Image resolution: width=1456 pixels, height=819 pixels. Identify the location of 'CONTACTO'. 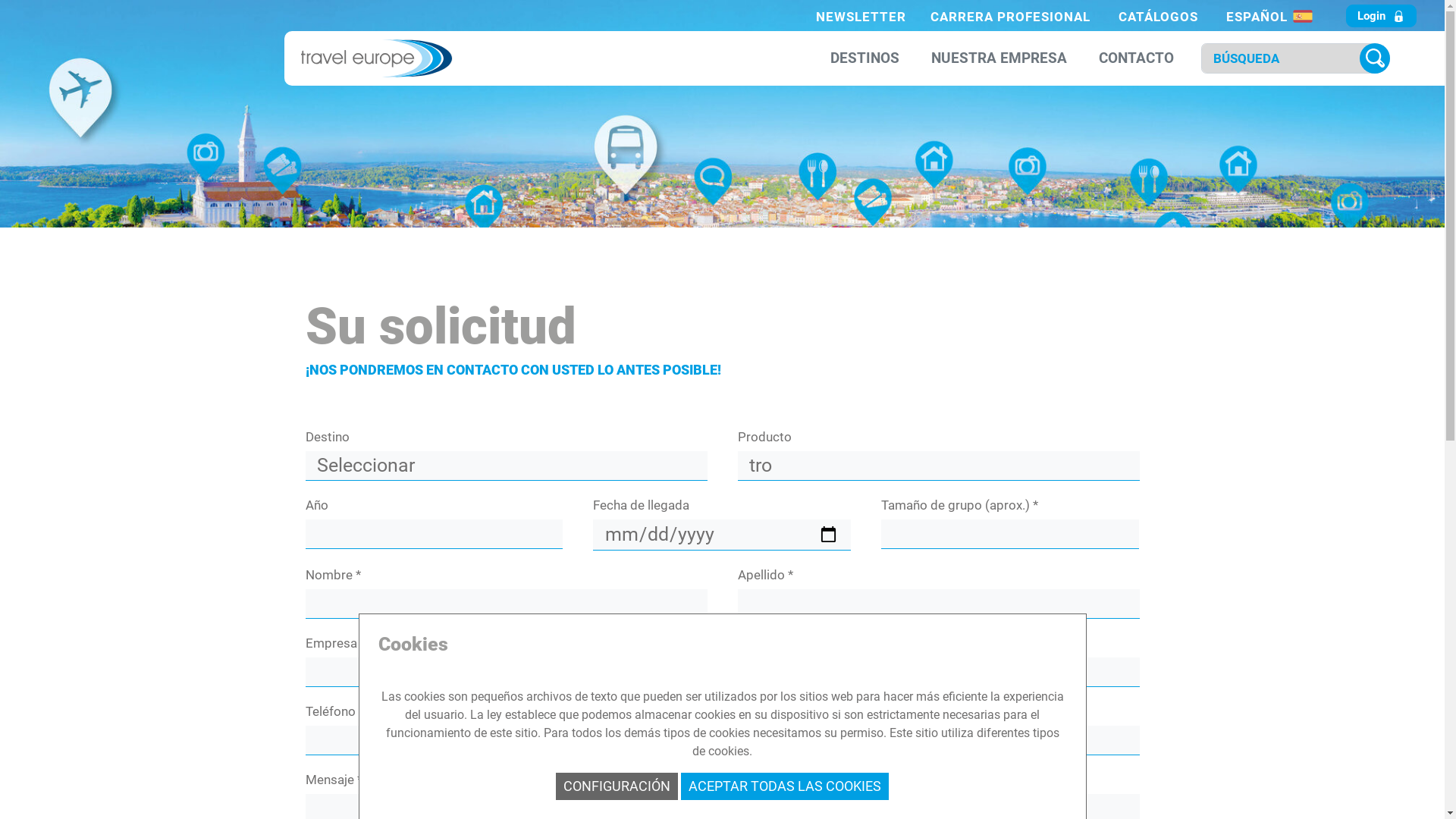
(1136, 58).